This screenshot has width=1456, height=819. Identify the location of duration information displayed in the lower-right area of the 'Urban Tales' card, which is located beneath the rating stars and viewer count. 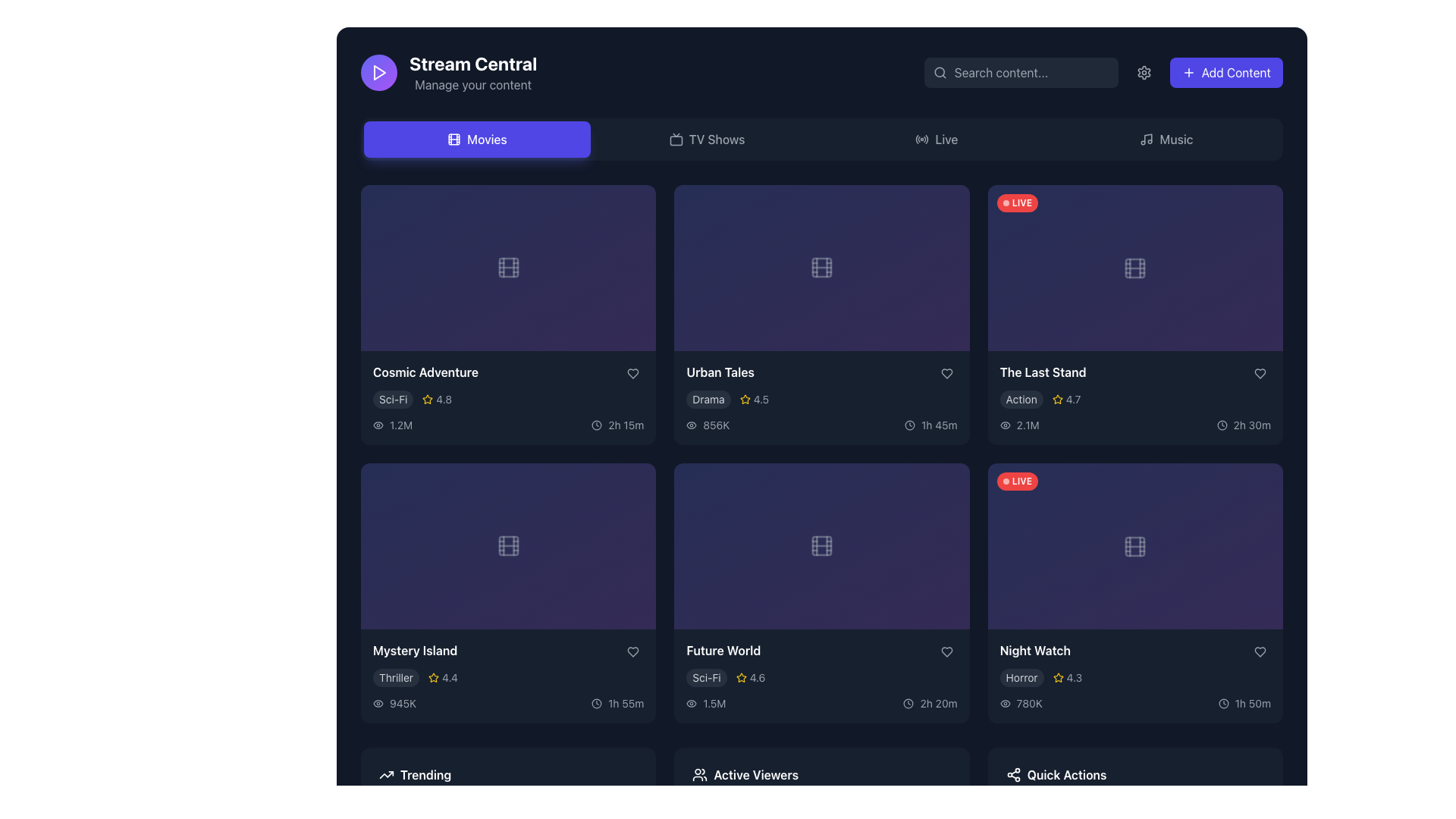
(930, 425).